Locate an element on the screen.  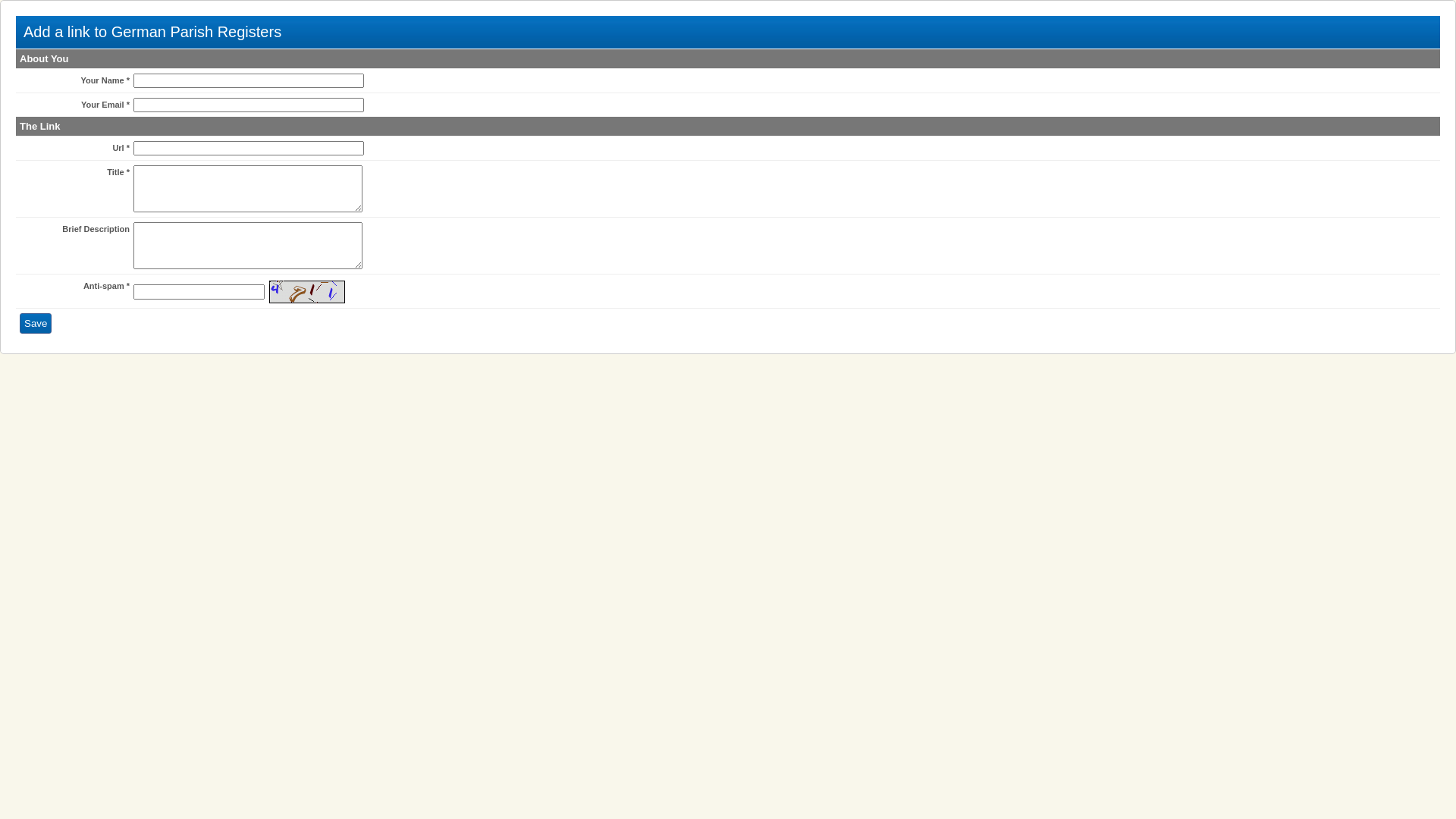
'Reload Image' is located at coordinates (306, 300).